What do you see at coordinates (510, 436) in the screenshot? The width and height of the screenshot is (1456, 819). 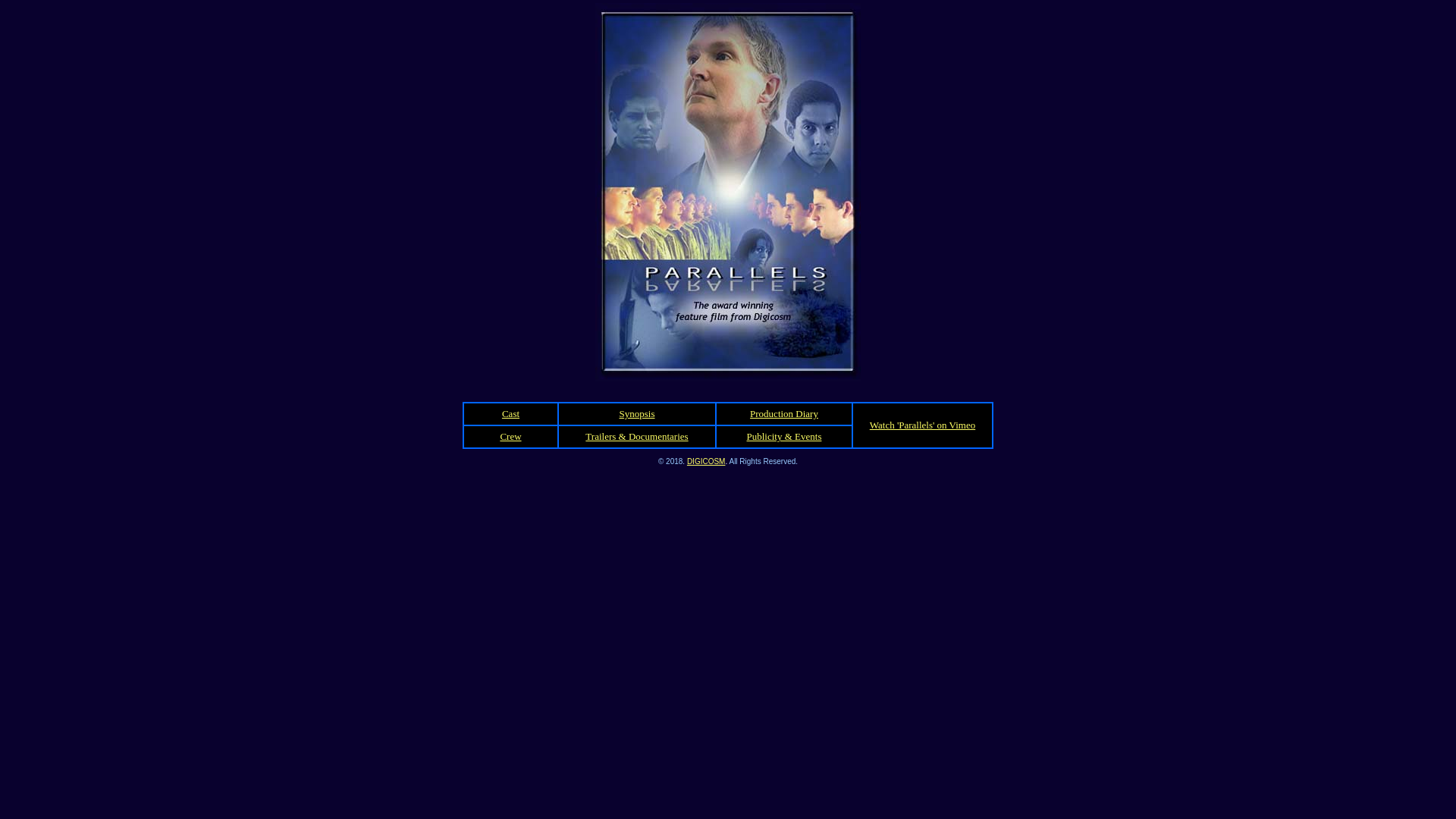 I see `'Crew'` at bounding box center [510, 436].